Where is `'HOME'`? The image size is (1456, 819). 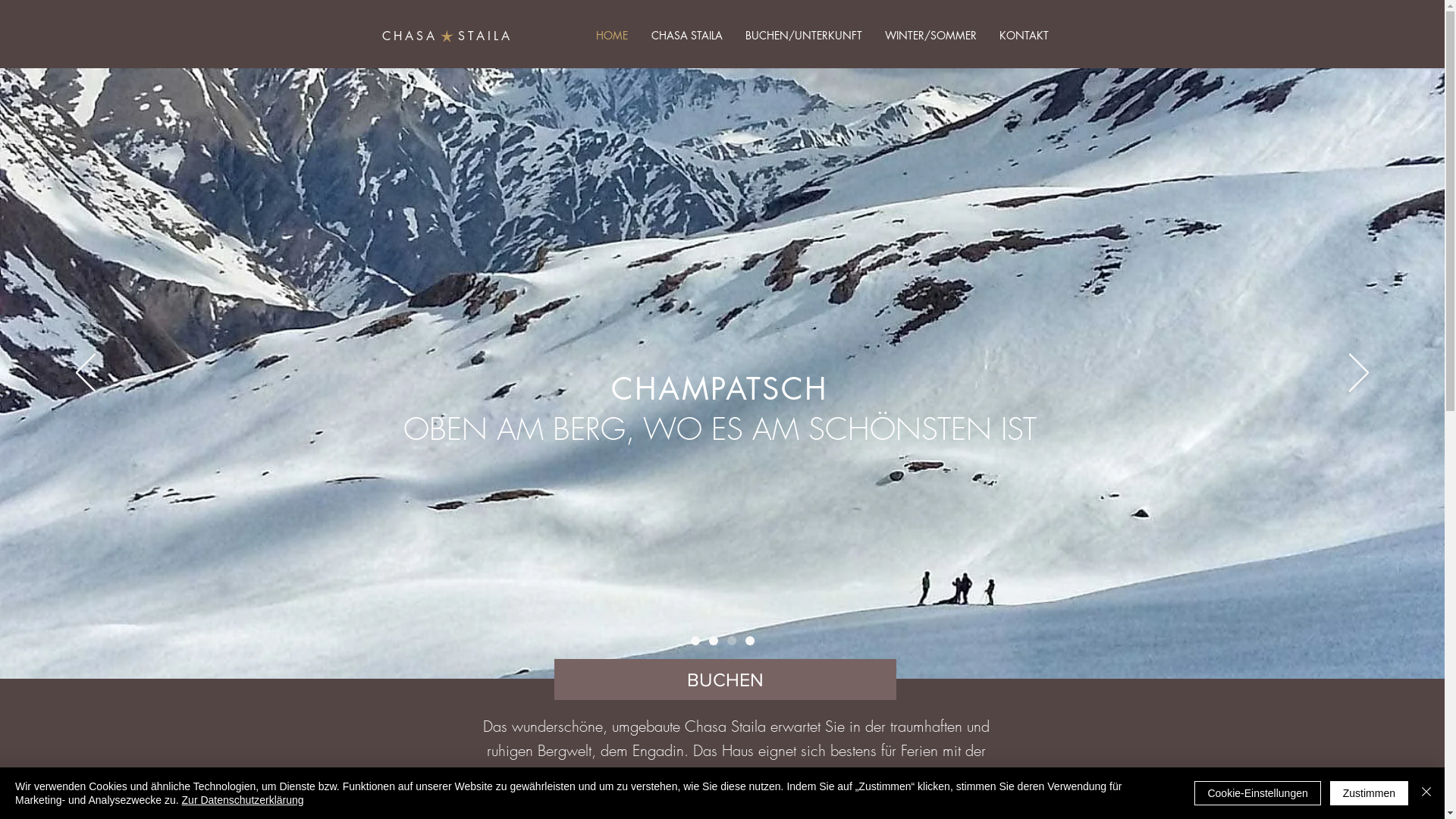 'HOME' is located at coordinates (582, 34).